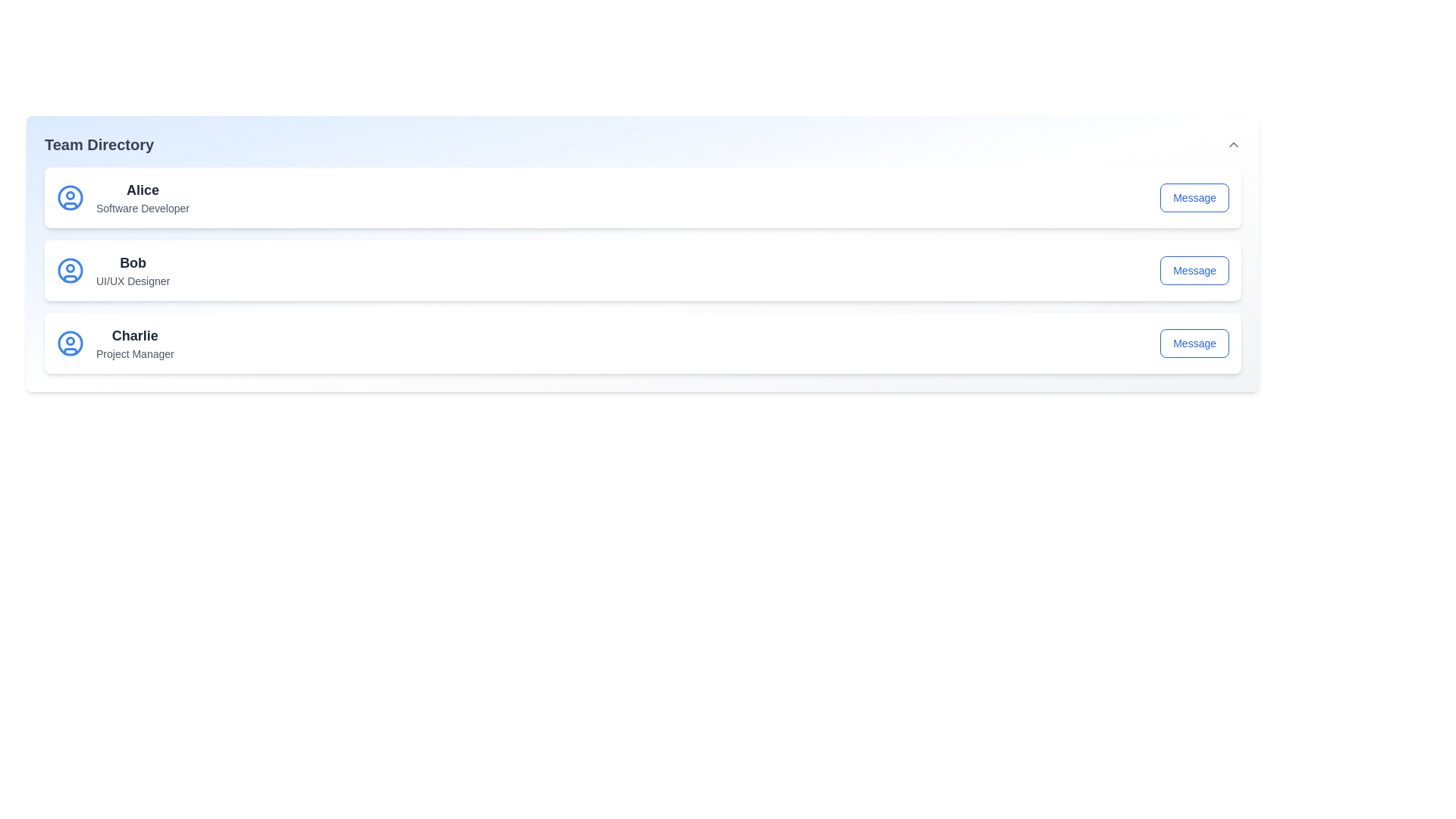 The image size is (1456, 819). I want to click on text block element displaying the name 'Alice' and title 'Software Developer', which is the first item in the list under the 'Team Directory' header, so click(143, 197).